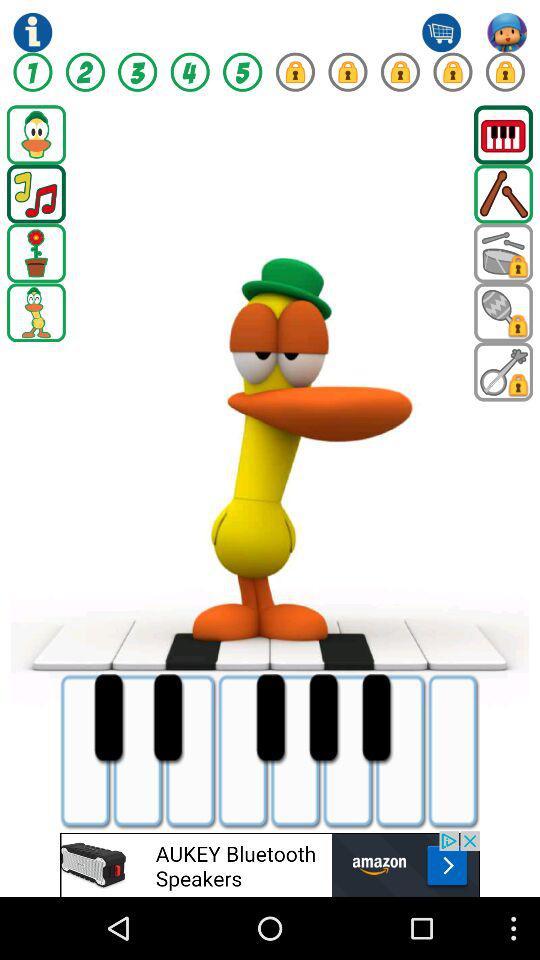  What do you see at coordinates (36, 207) in the screenshot?
I see `the music icon` at bounding box center [36, 207].